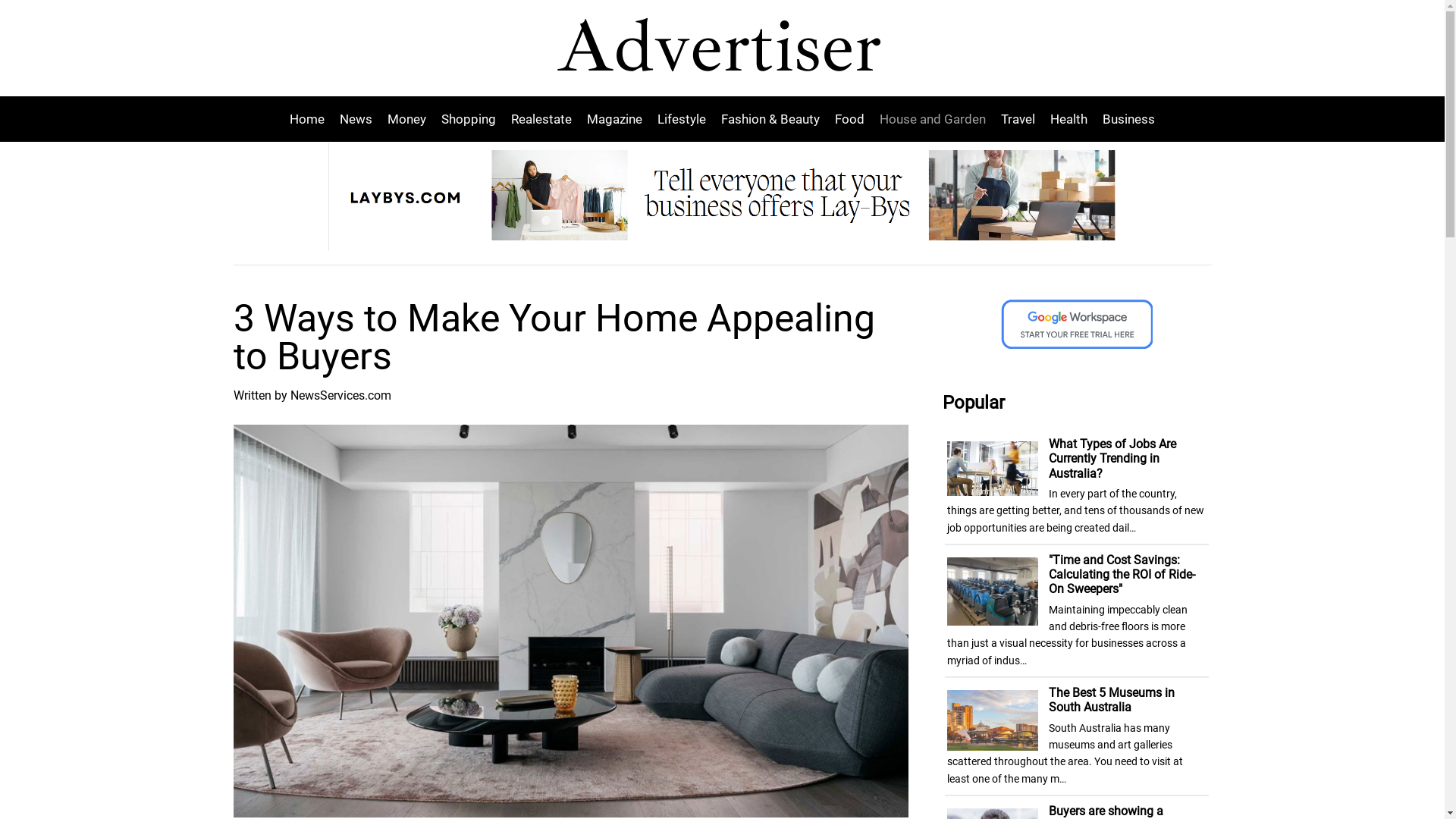 The width and height of the screenshot is (1456, 819). Describe the element at coordinates (1095, 118) in the screenshot. I see `'Business'` at that location.